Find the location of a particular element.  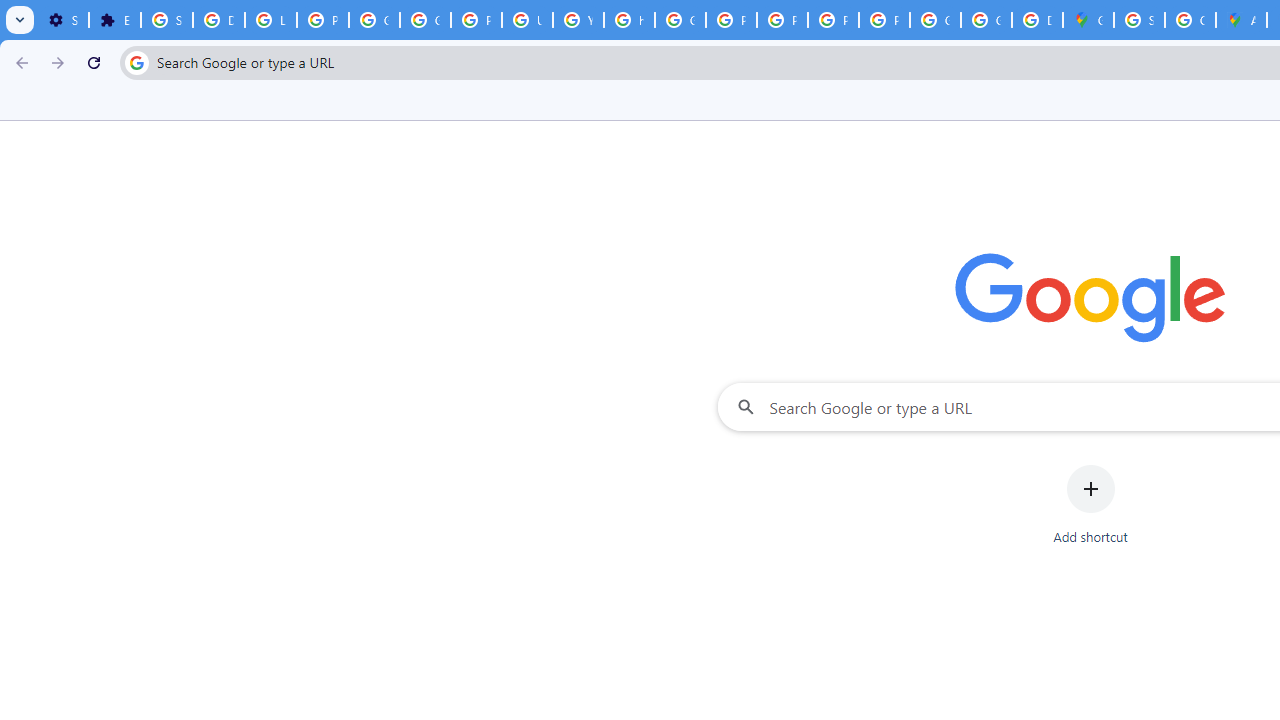

'https://scholar.google.com/' is located at coordinates (628, 20).